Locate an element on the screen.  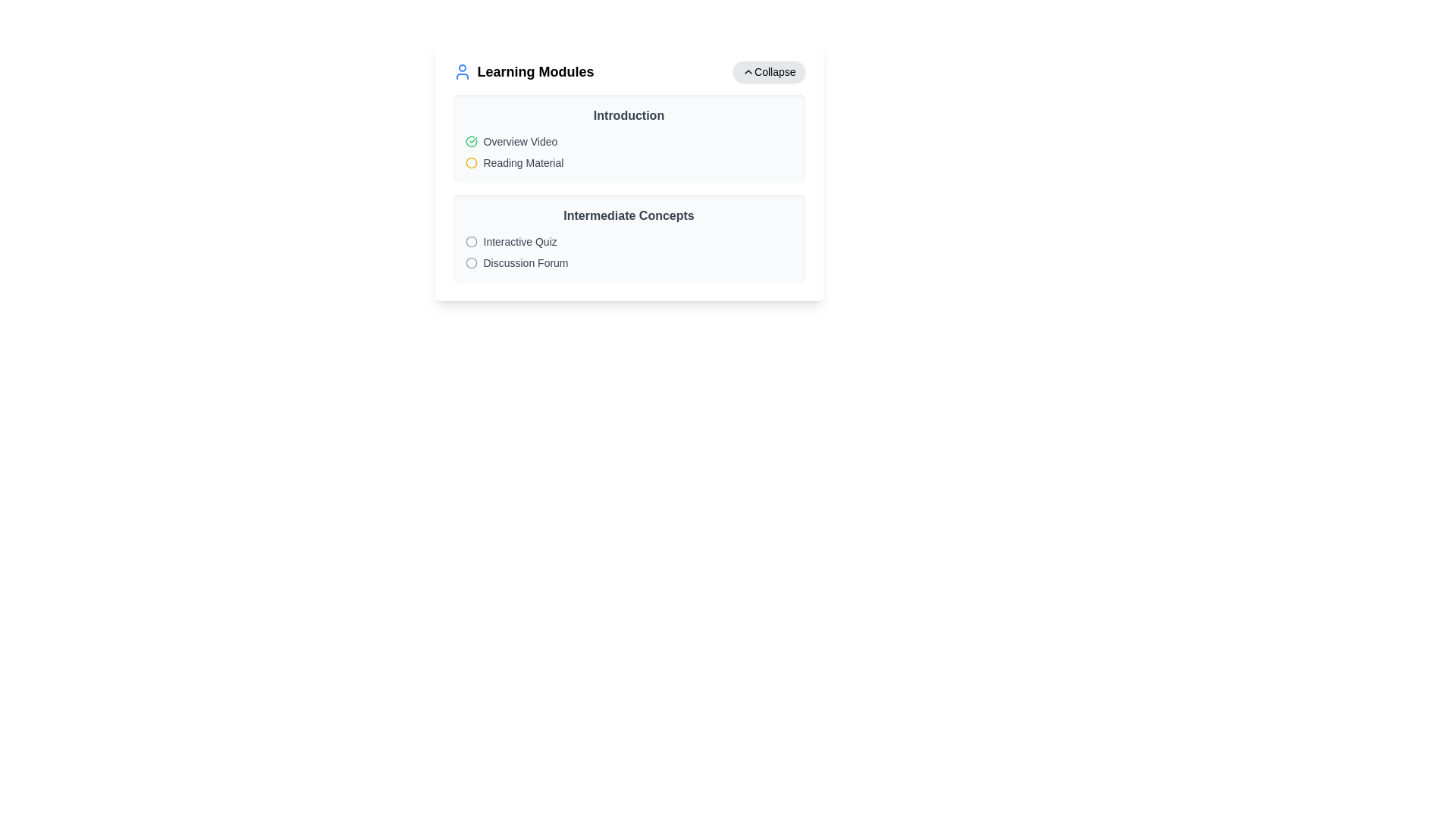
the 'Reading Material' text label located in the 'Introduction' section, which is positioned directly below the 'Overview Video' item and accompanied by a yellow circular icon is located at coordinates (523, 163).